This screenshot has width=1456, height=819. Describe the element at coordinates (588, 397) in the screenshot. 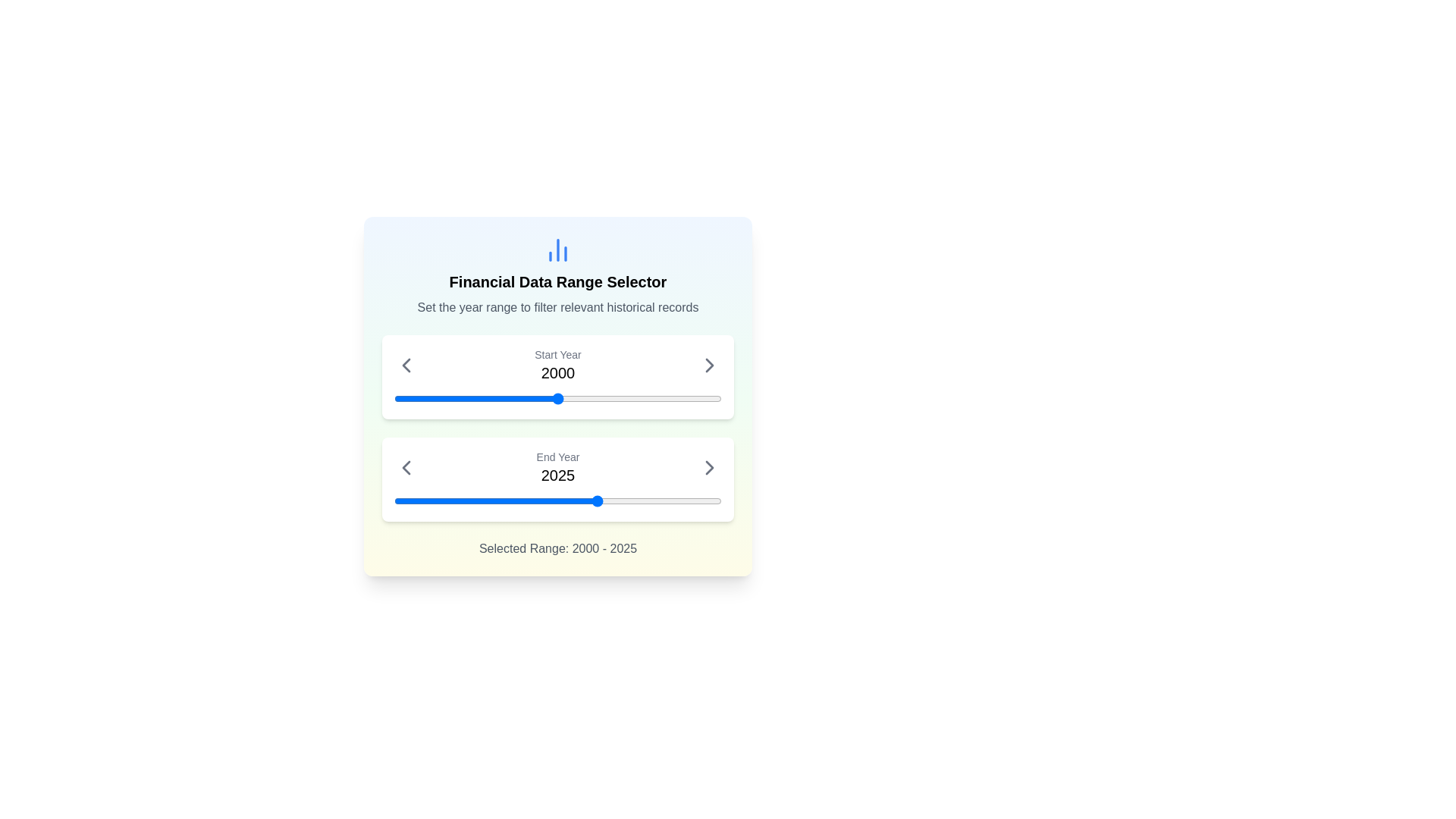

I see `the start year of the range` at that location.